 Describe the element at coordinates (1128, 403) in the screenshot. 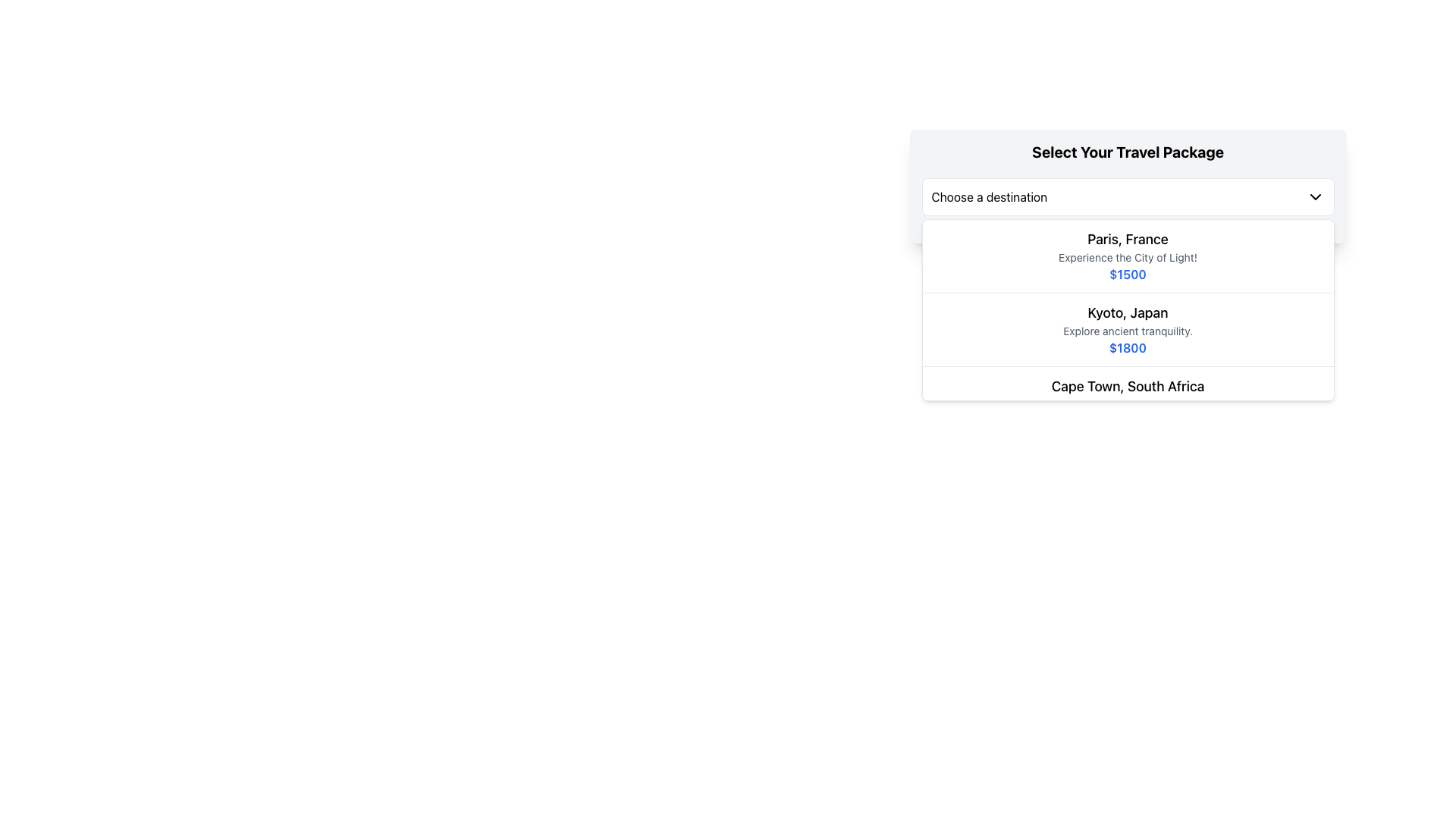

I see `the third item in the dropdown menu` at that location.